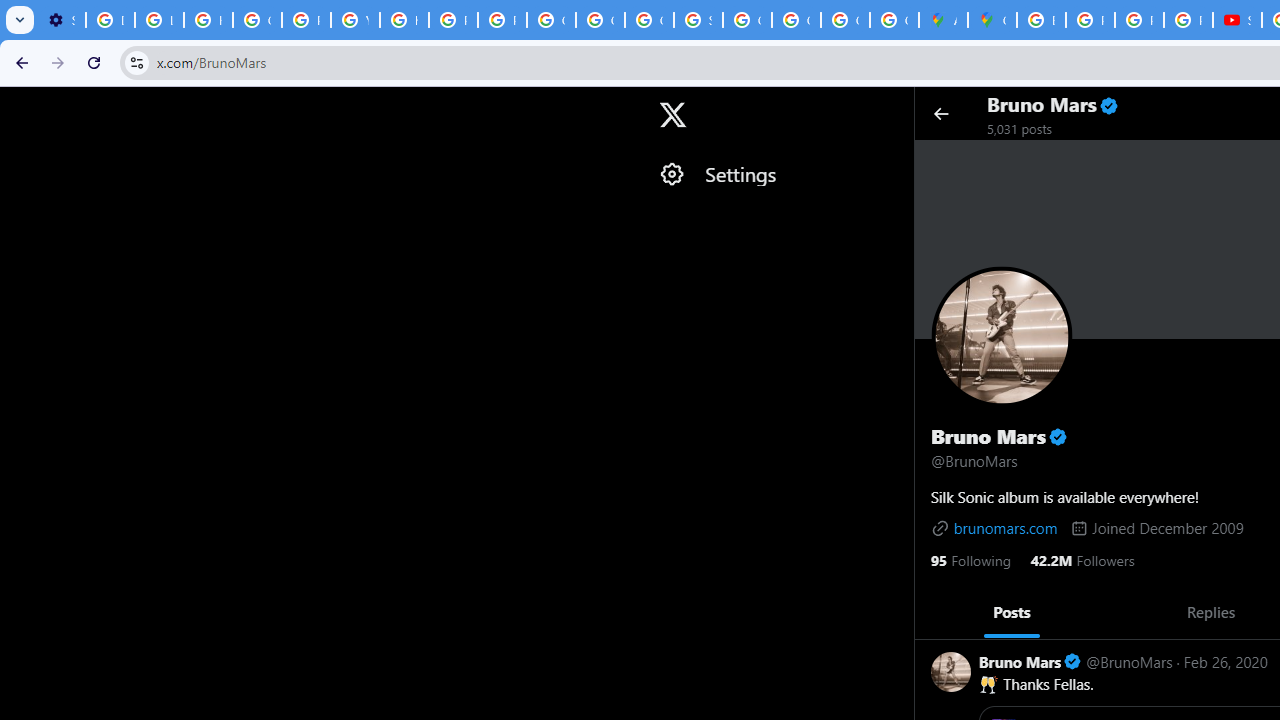  I want to click on 'View site information', so click(135, 61).